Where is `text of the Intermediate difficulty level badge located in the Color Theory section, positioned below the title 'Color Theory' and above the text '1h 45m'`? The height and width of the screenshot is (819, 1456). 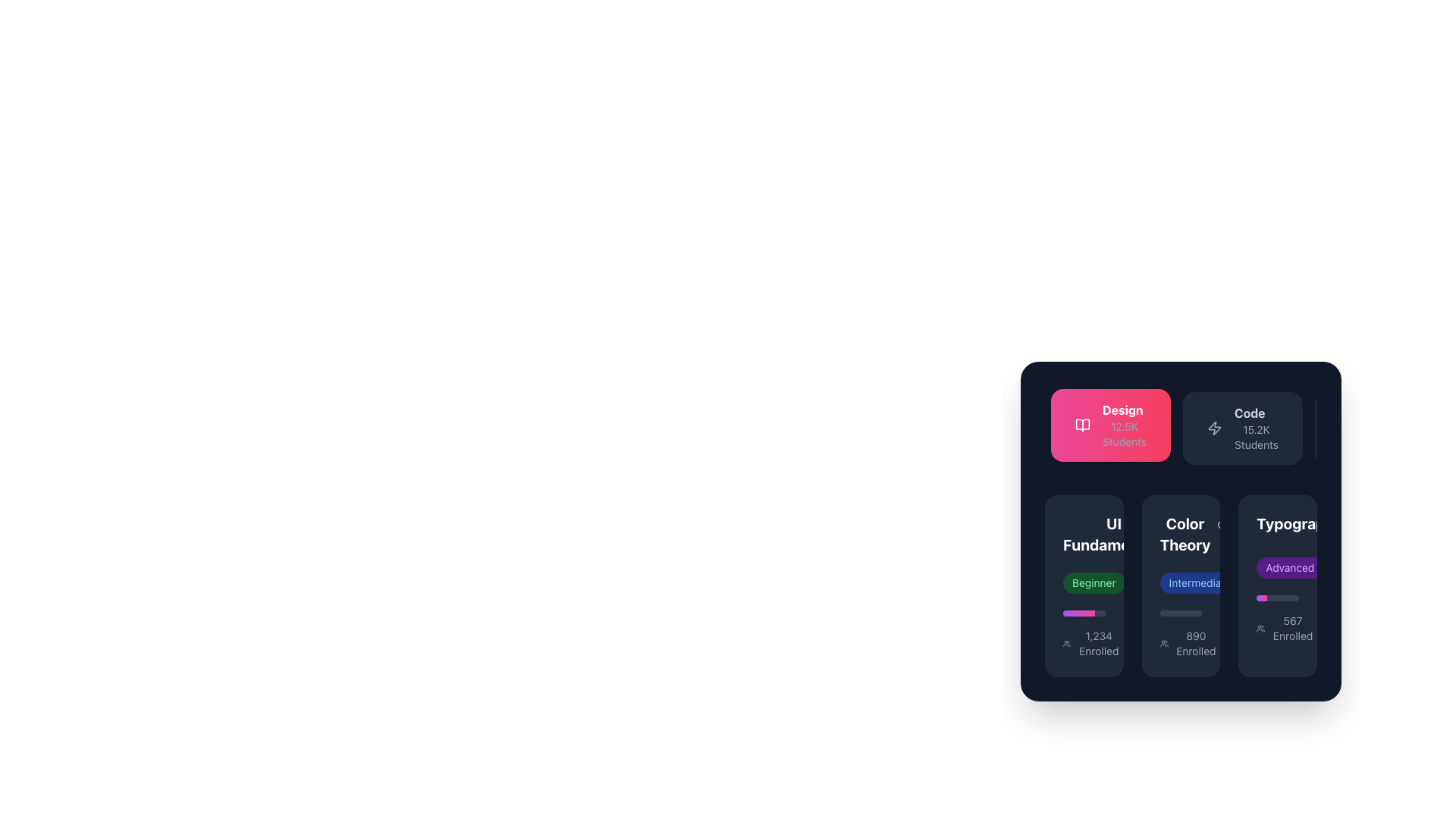 text of the Intermediate difficulty level badge located in the Color Theory section, positioned below the title 'Color Theory' and above the text '1h 45m' is located at coordinates (1180, 582).